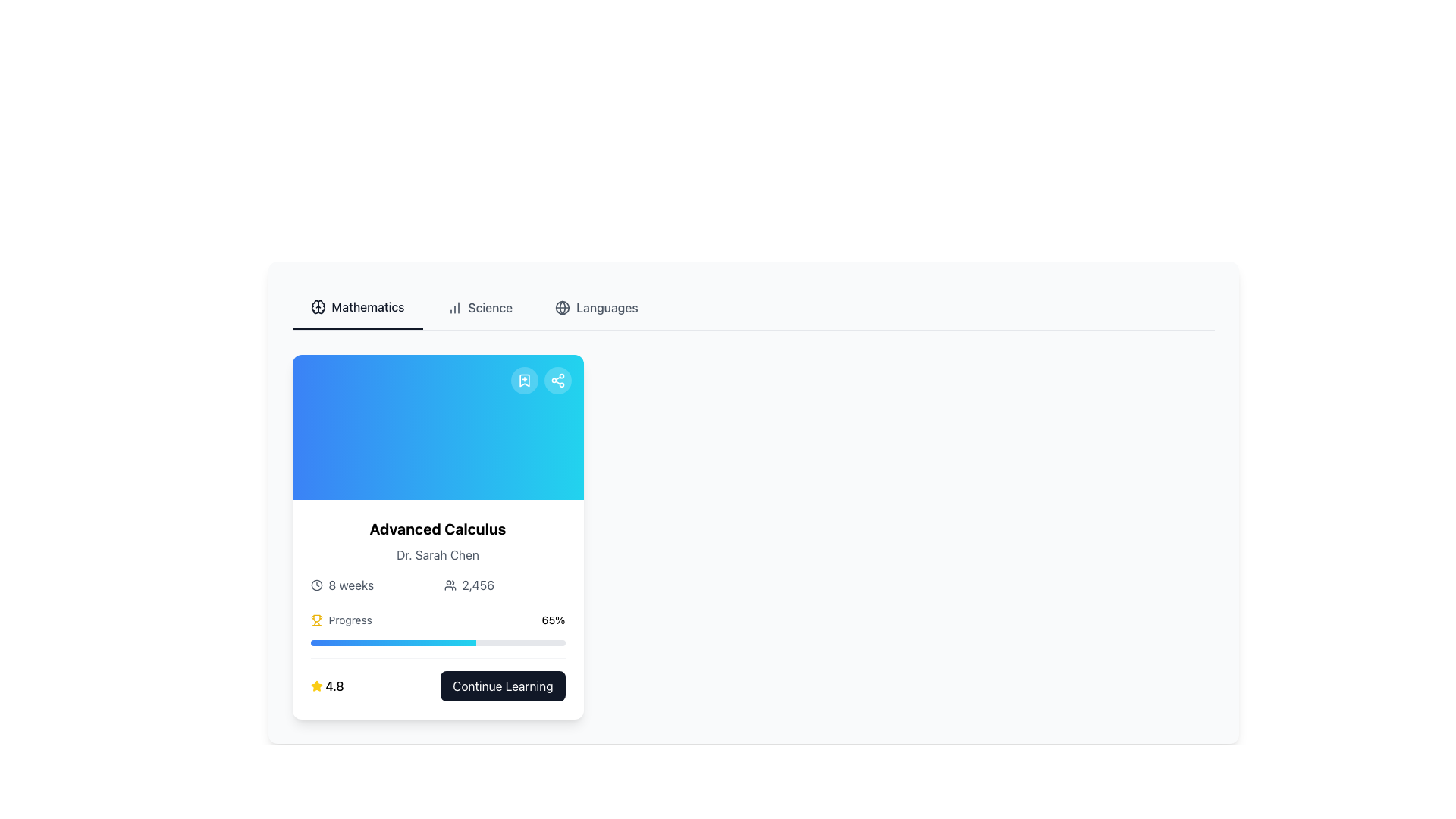 This screenshot has width=1456, height=819. What do you see at coordinates (479, 307) in the screenshot?
I see `the 'Science' navigation tab, which is the second item in a horizontal list of tabs located at the top of the interface, positioned between 'Mathematics' and 'Languages'` at bounding box center [479, 307].